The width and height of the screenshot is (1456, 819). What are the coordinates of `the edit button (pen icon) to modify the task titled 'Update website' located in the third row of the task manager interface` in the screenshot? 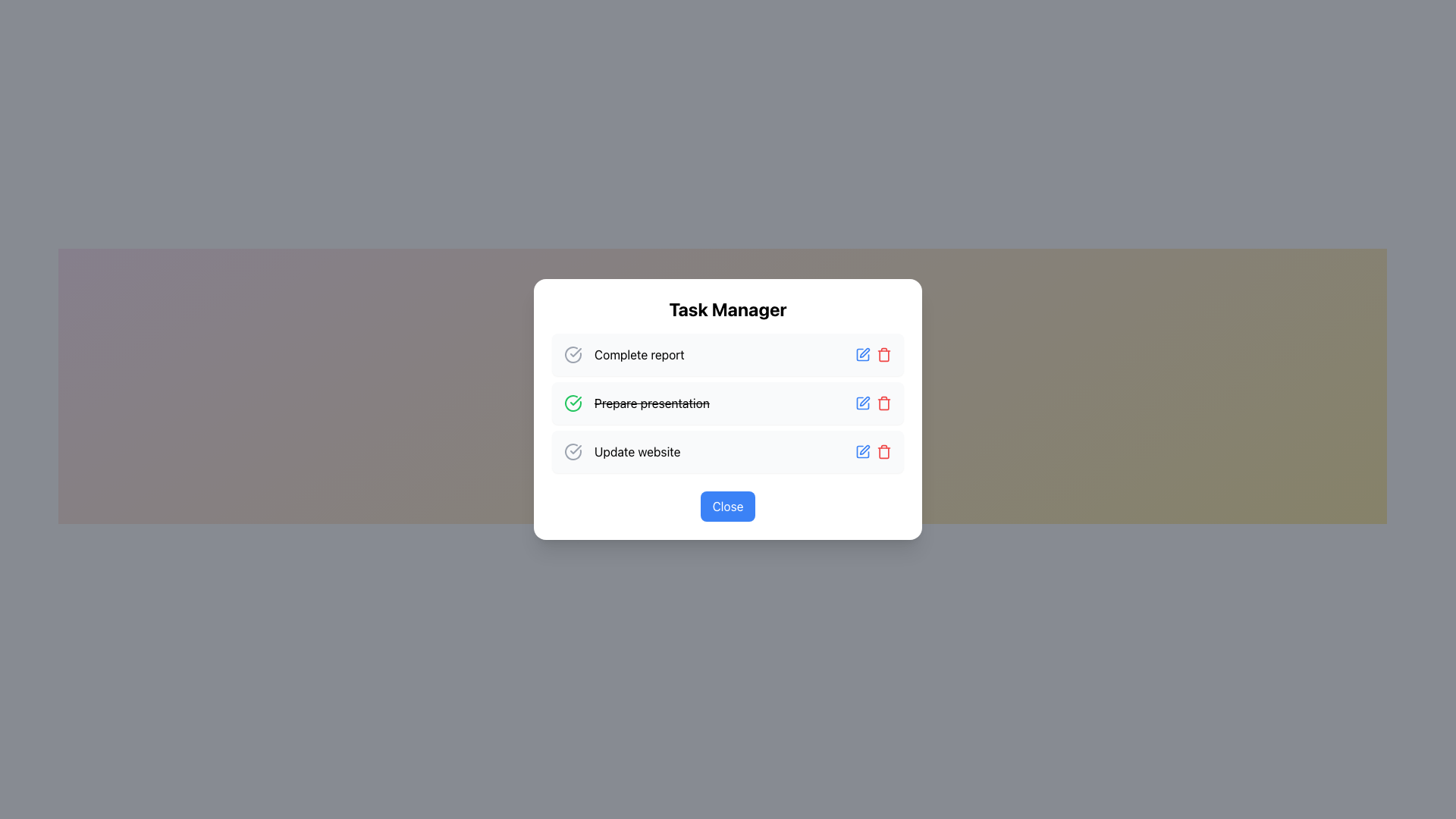 It's located at (864, 449).